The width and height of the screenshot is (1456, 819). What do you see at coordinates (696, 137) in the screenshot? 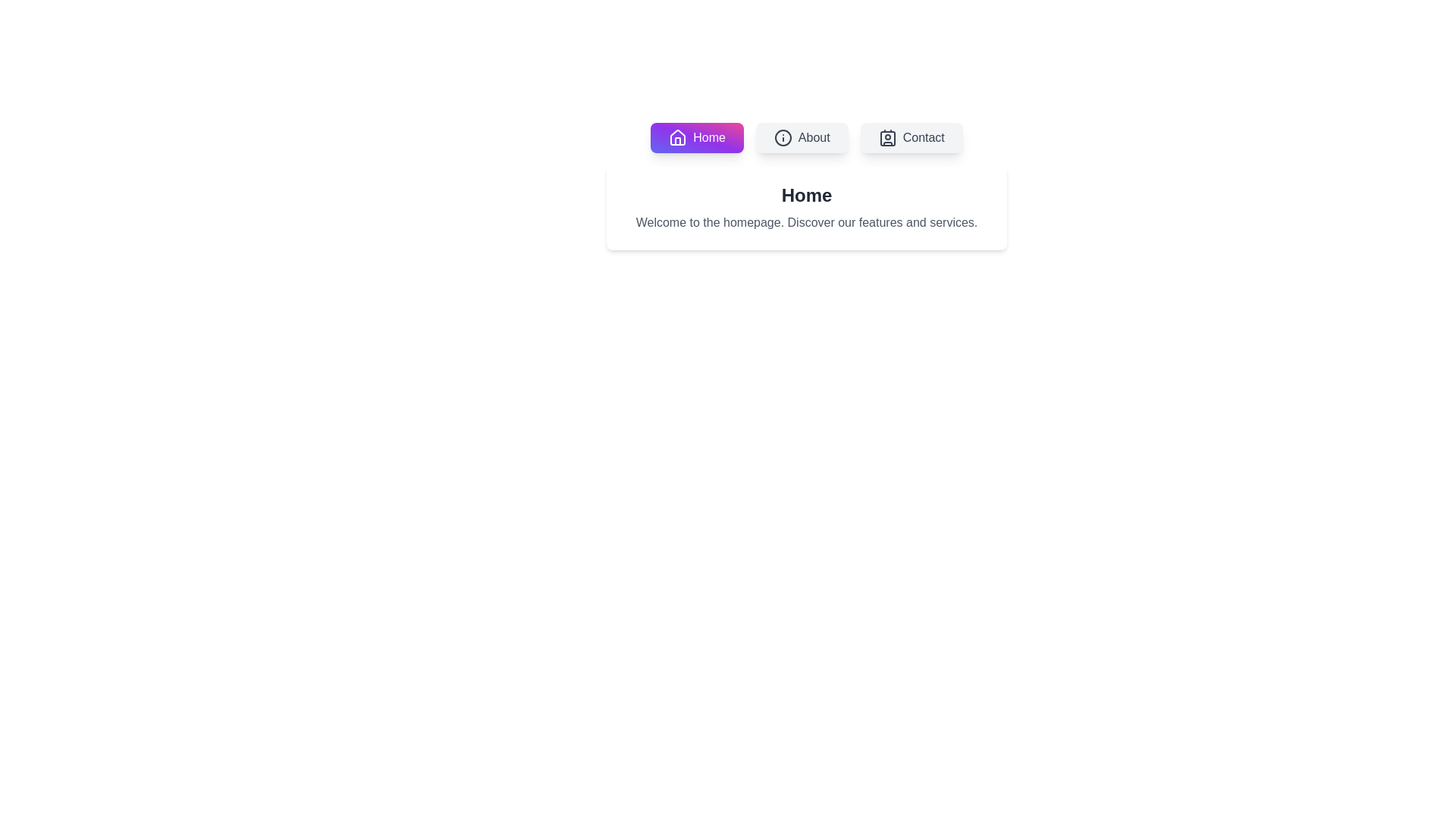
I see `the tab labeled Home` at bounding box center [696, 137].